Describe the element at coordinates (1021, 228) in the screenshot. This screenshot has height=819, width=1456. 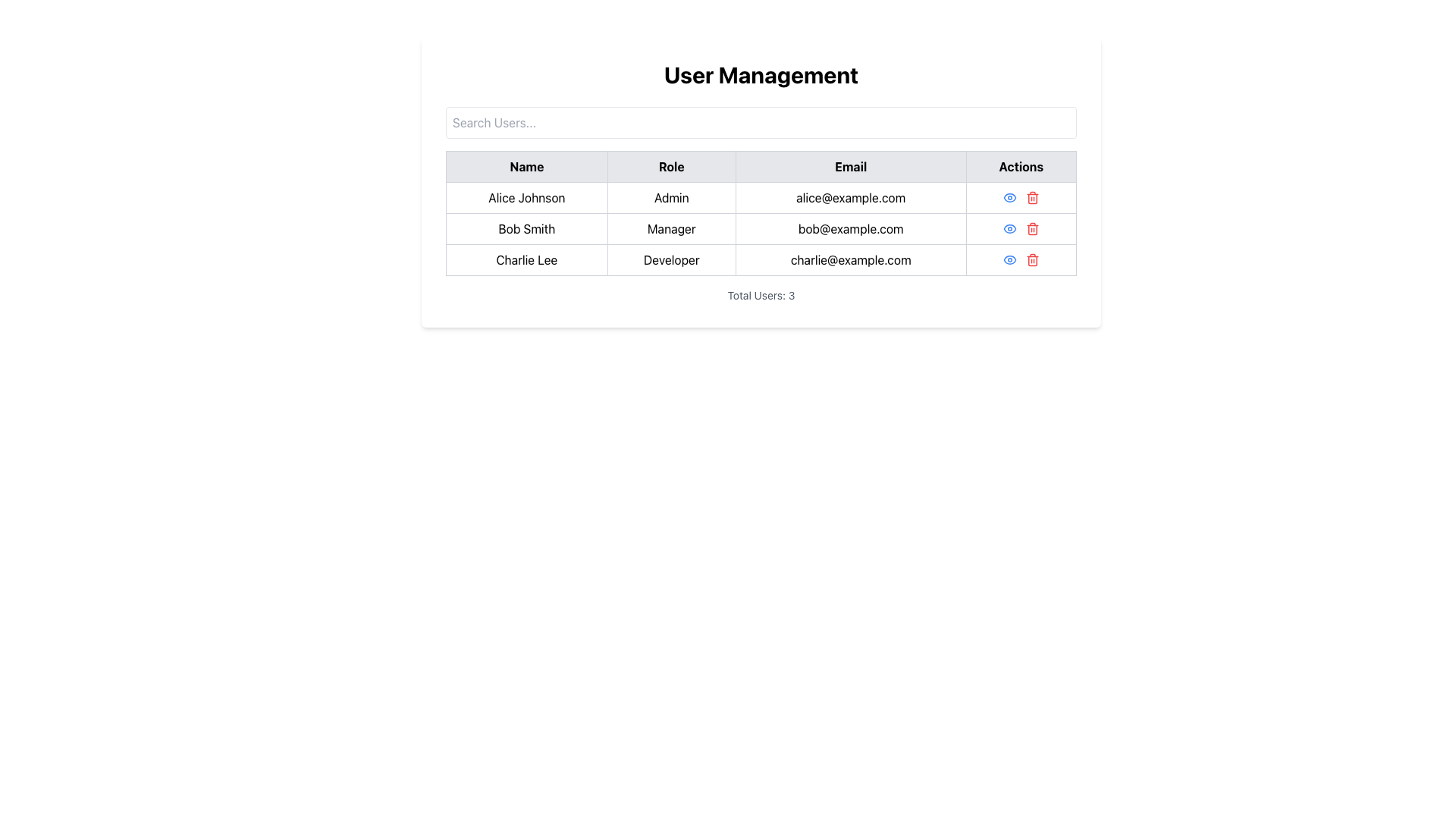
I see `the fixed-width cell in the rightmost column of the 'Actions' section for the user 'Bob Smith' to interact with the integrated interactive buttons` at that location.